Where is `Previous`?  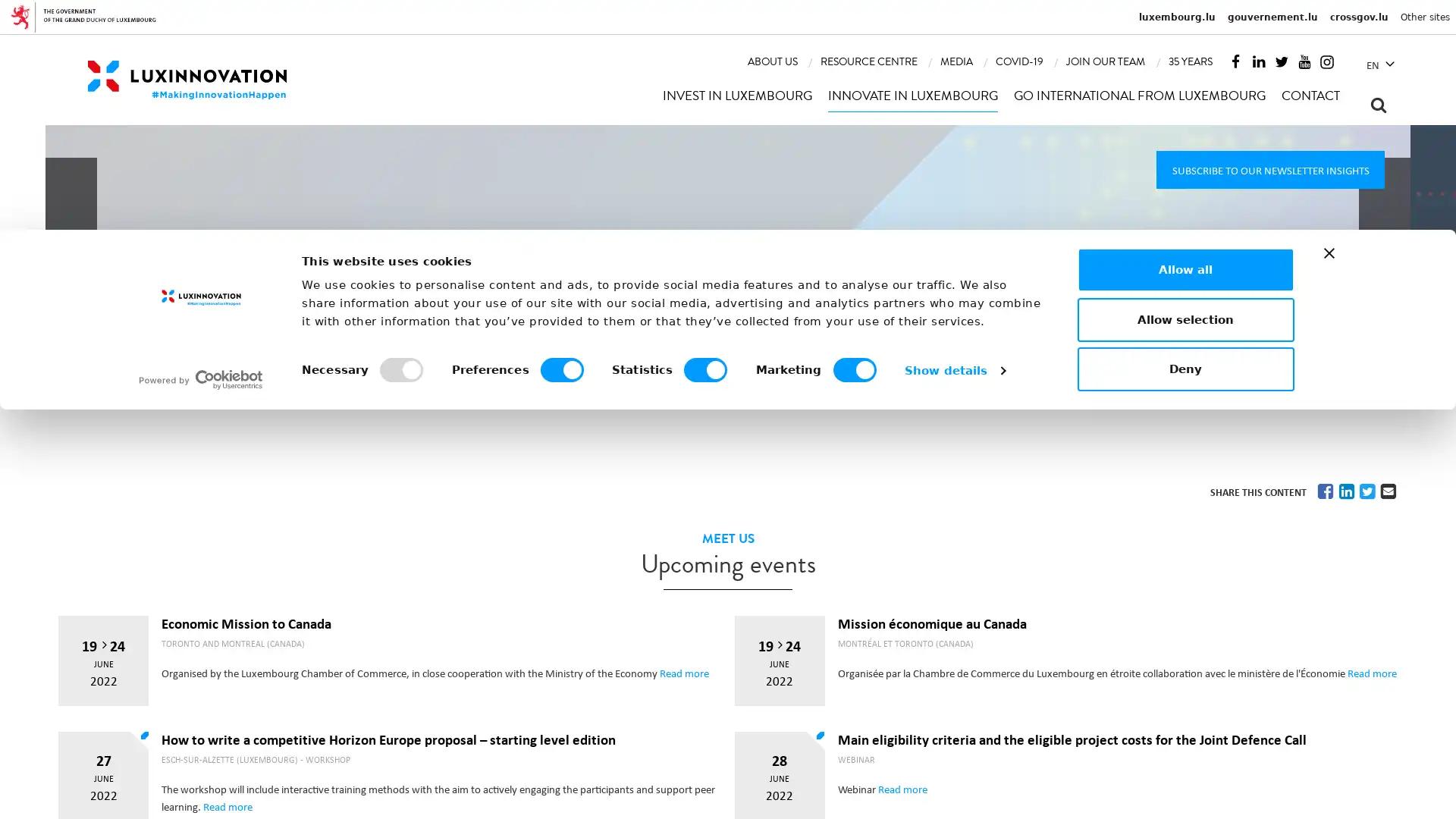
Previous is located at coordinates (71, 248).